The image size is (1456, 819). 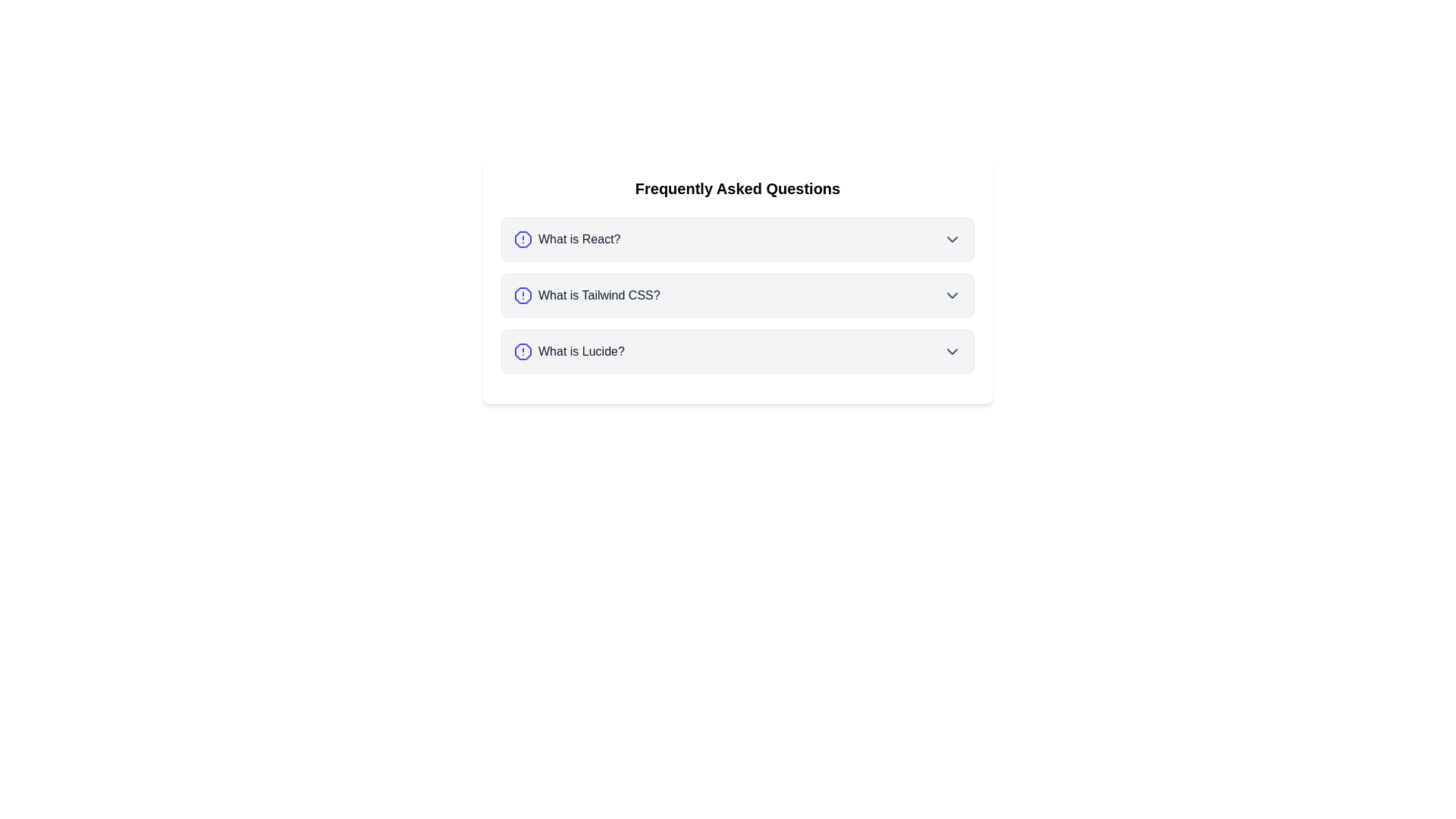 What do you see at coordinates (738, 351) in the screenshot?
I see `the third item in the FAQ list, specifically the question 'What is Lucide?' by clicking it to read the content` at bounding box center [738, 351].